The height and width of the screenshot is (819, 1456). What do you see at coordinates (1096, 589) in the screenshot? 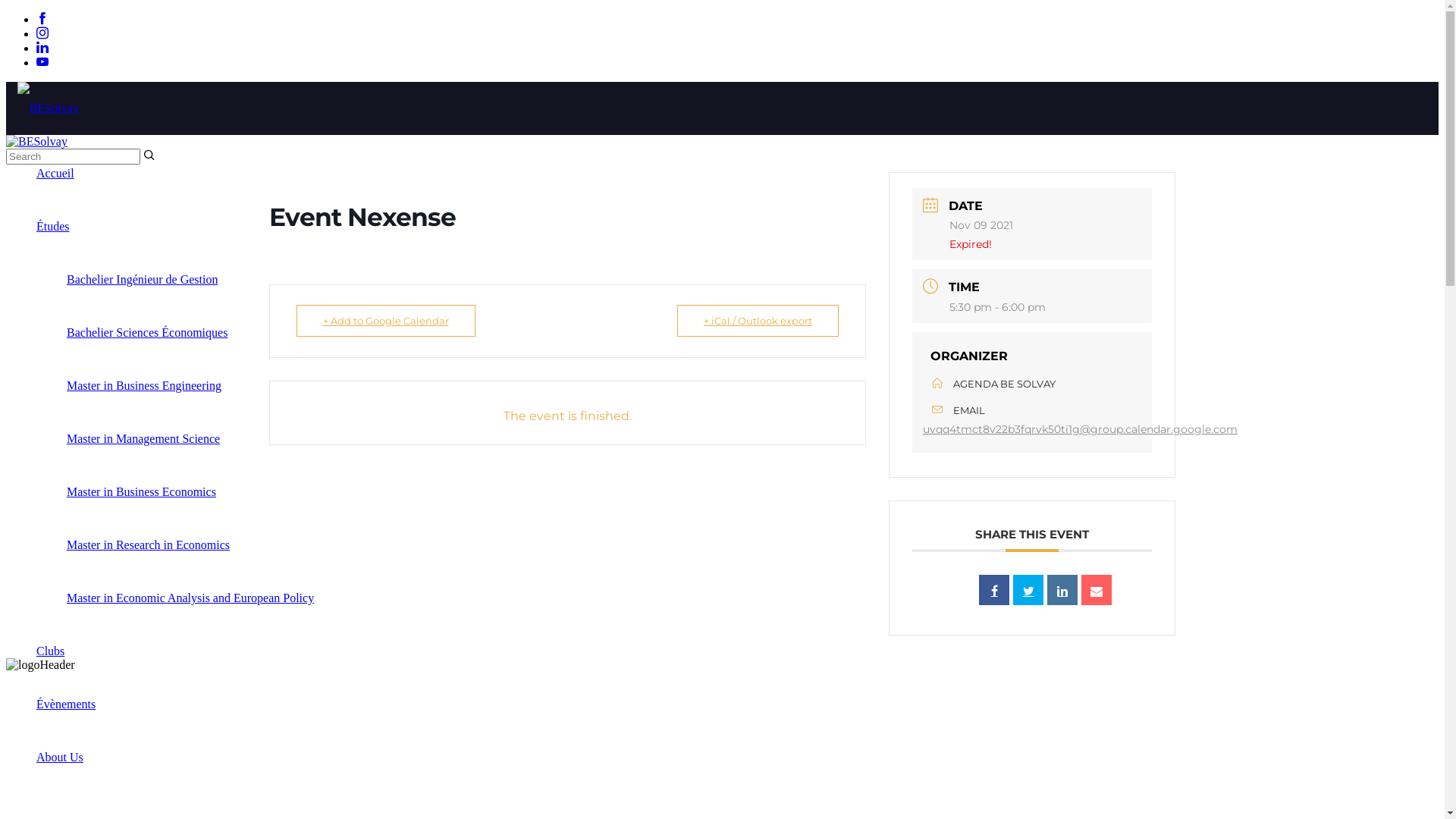
I see `'Email'` at bounding box center [1096, 589].